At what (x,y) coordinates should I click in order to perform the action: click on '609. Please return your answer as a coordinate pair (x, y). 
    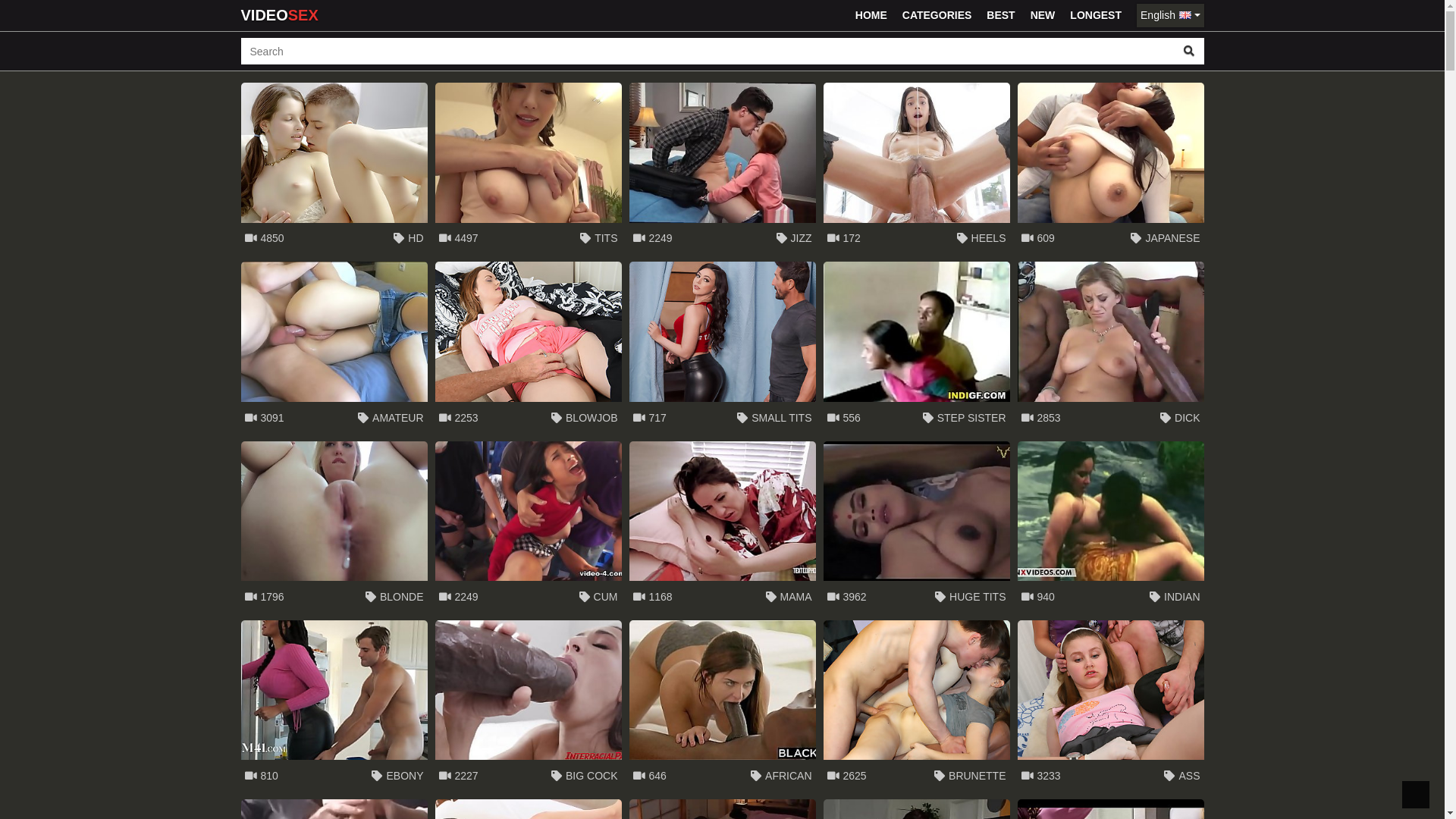
    Looking at the image, I should click on (1110, 168).